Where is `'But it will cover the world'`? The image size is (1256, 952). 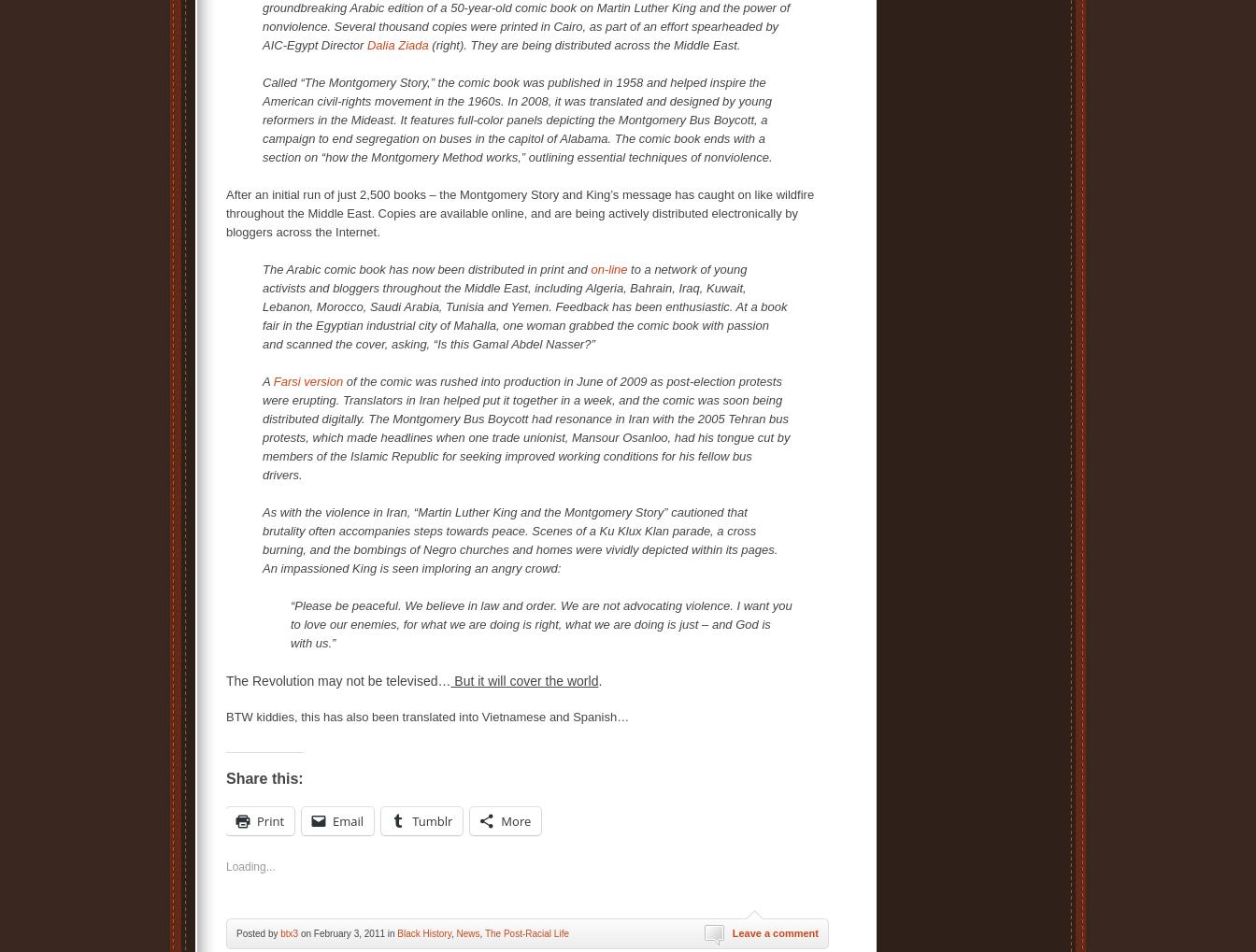 'But it will cover the world' is located at coordinates (523, 680).